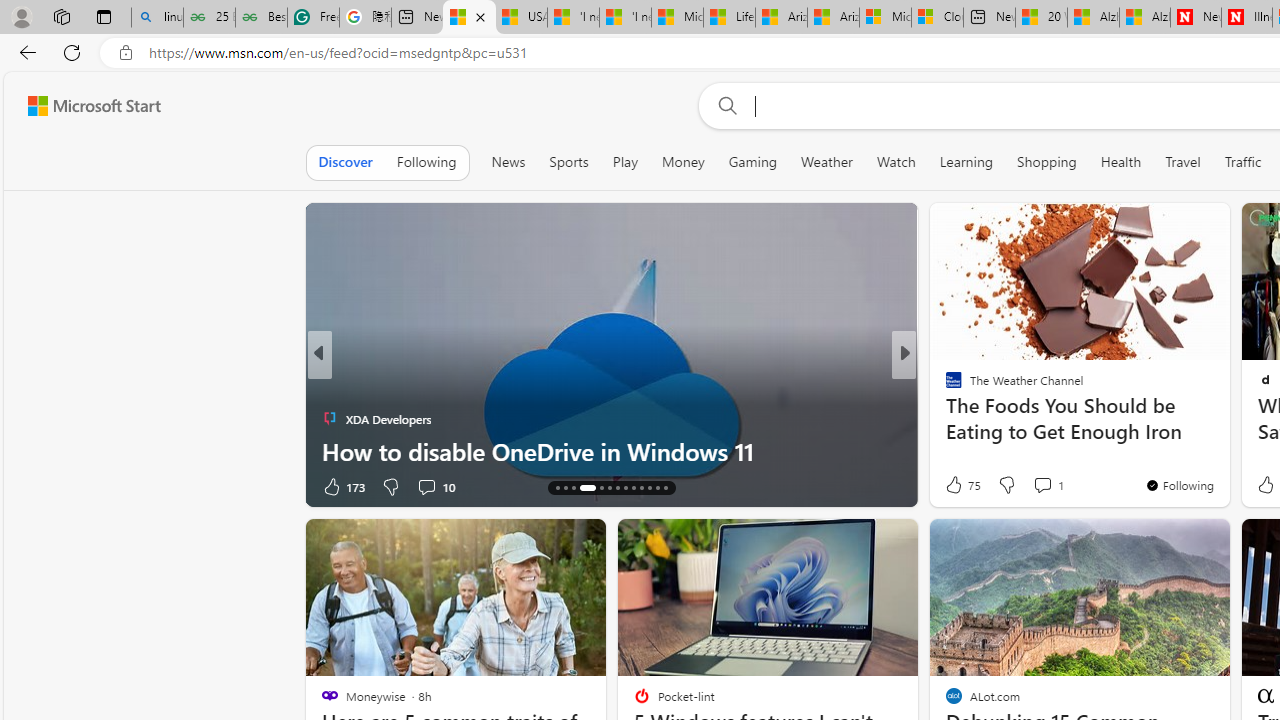 The image size is (1280, 720). Describe the element at coordinates (944, 418) in the screenshot. I see `'Eat This, Not That!'` at that location.